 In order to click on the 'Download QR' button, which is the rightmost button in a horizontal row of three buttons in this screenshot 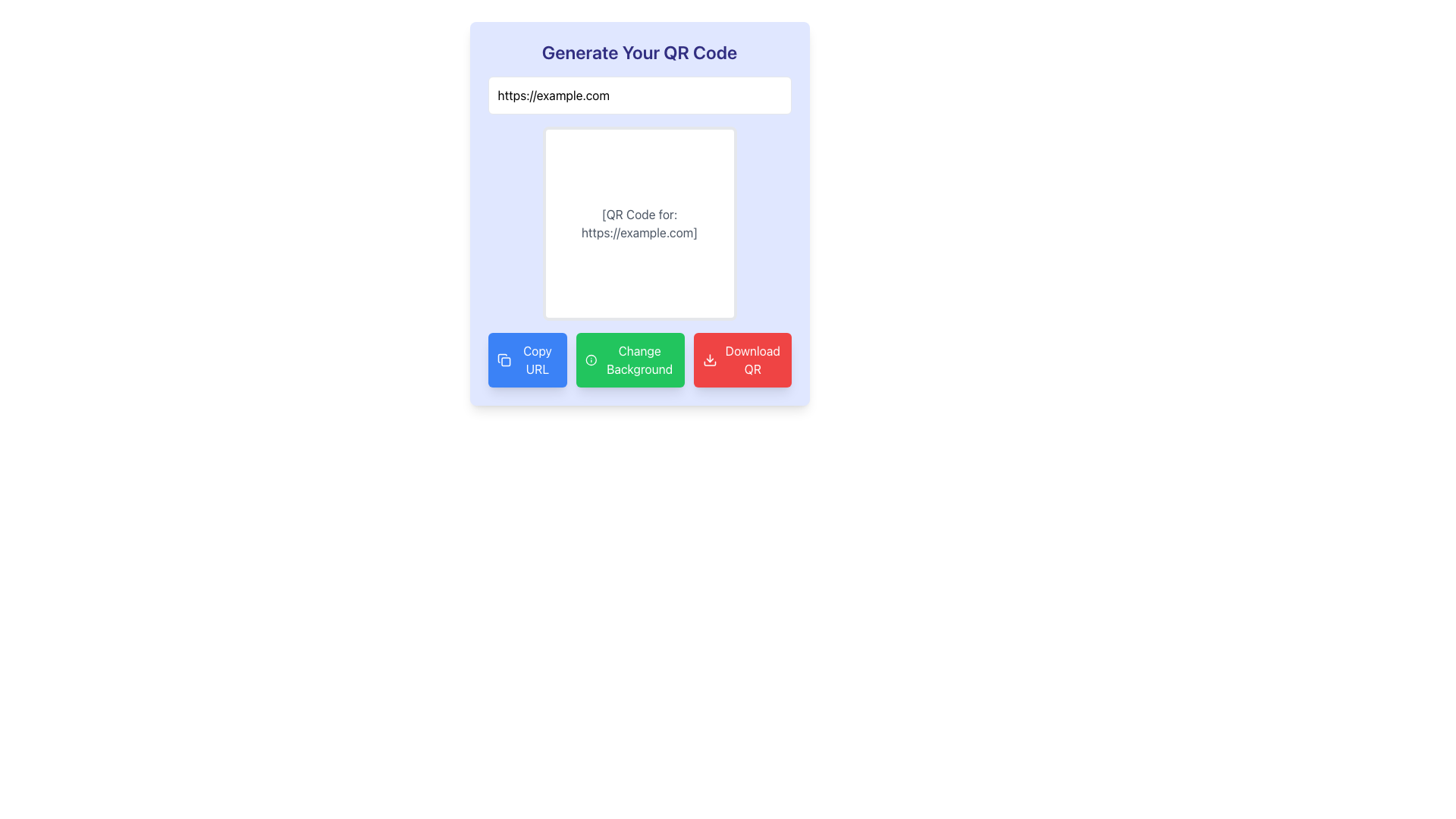, I will do `click(742, 359)`.